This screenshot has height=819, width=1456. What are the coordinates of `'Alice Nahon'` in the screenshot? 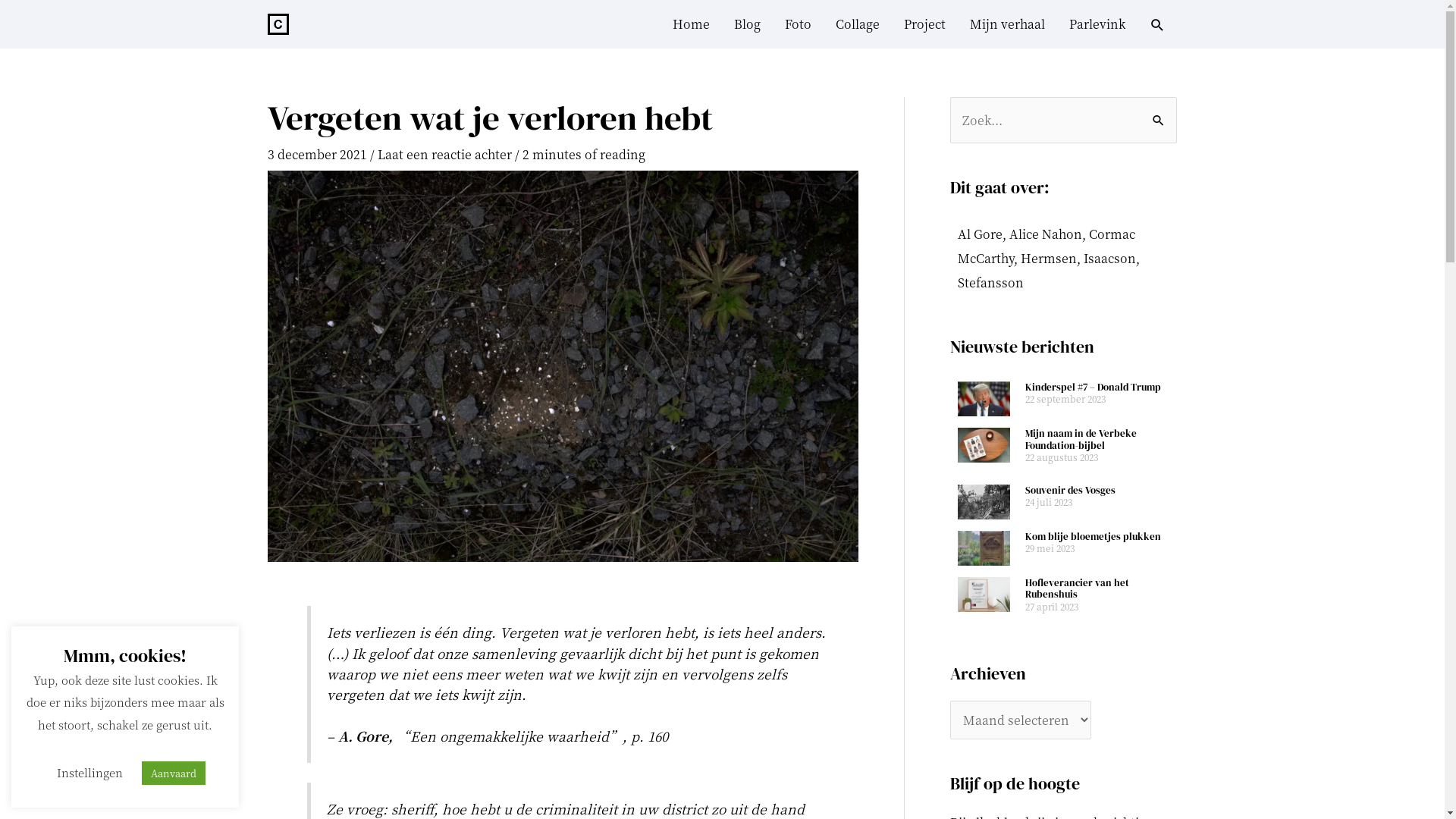 It's located at (1043, 234).